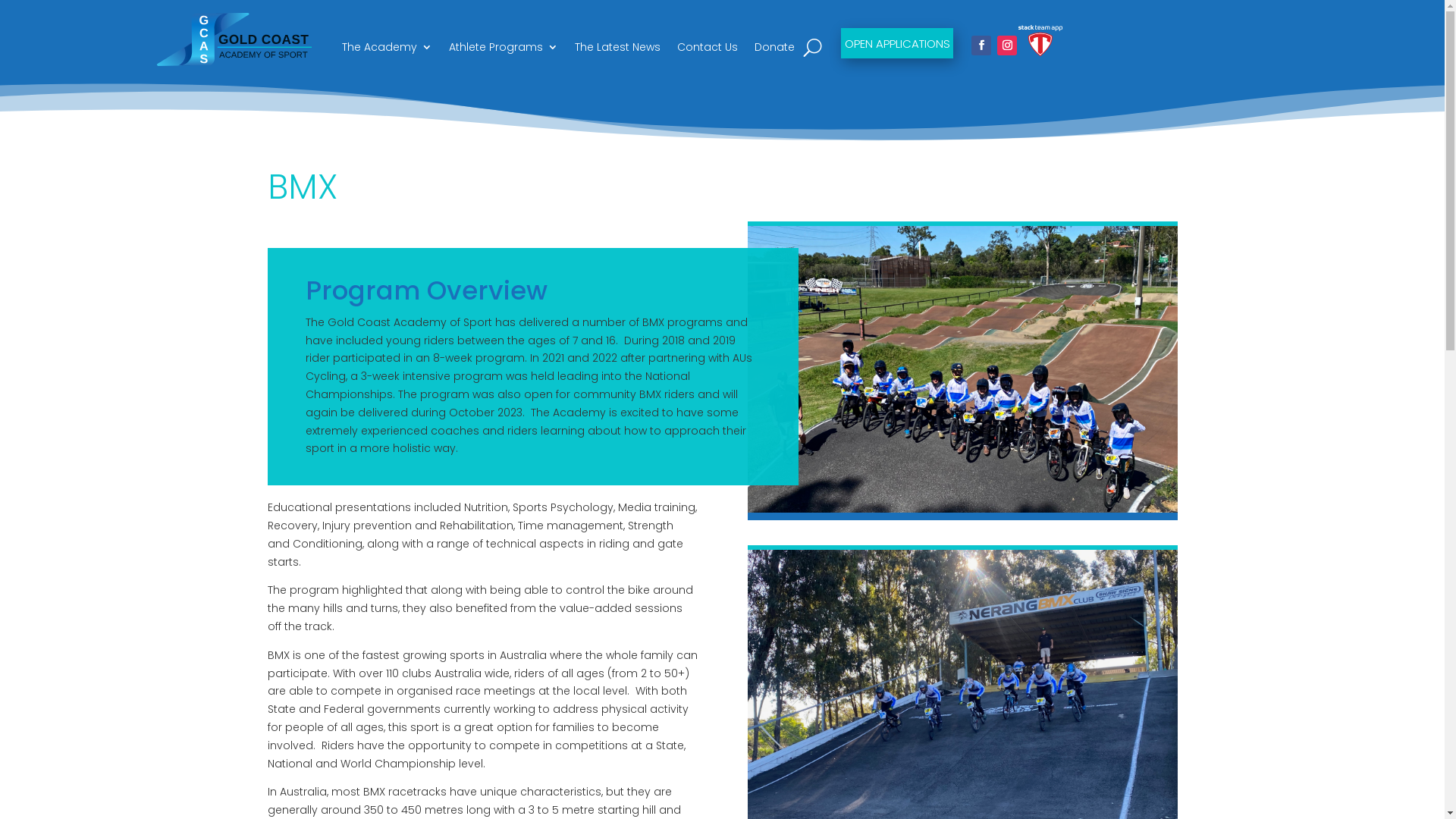  What do you see at coordinates (235, 40) in the screenshot?
I see `'GCAS LOGO FINAL SVG'` at bounding box center [235, 40].